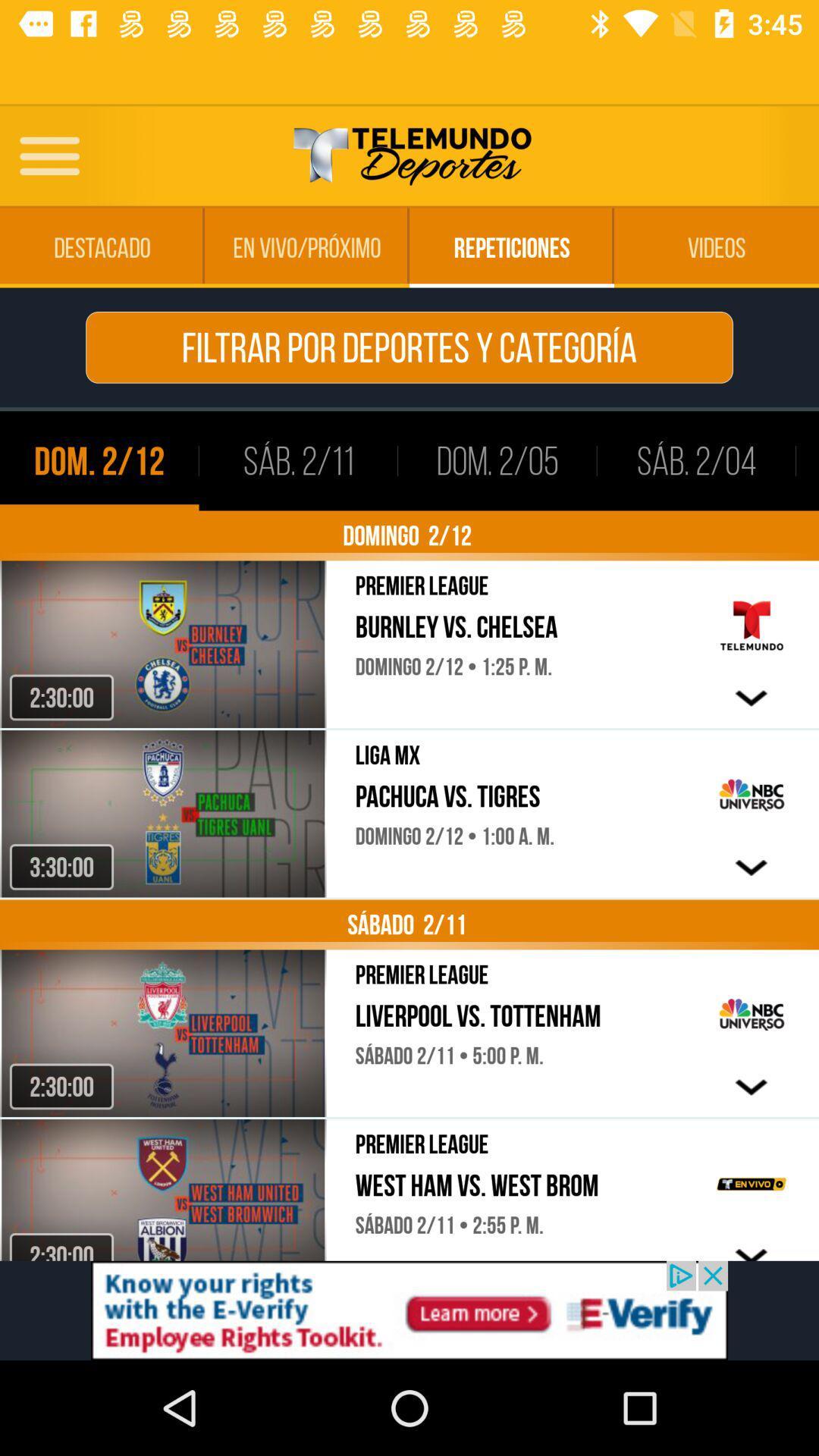  What do you see at coordinates (409, 1310) in the screenshot?
I see `advertisement` at bounding box center [409, 1310].